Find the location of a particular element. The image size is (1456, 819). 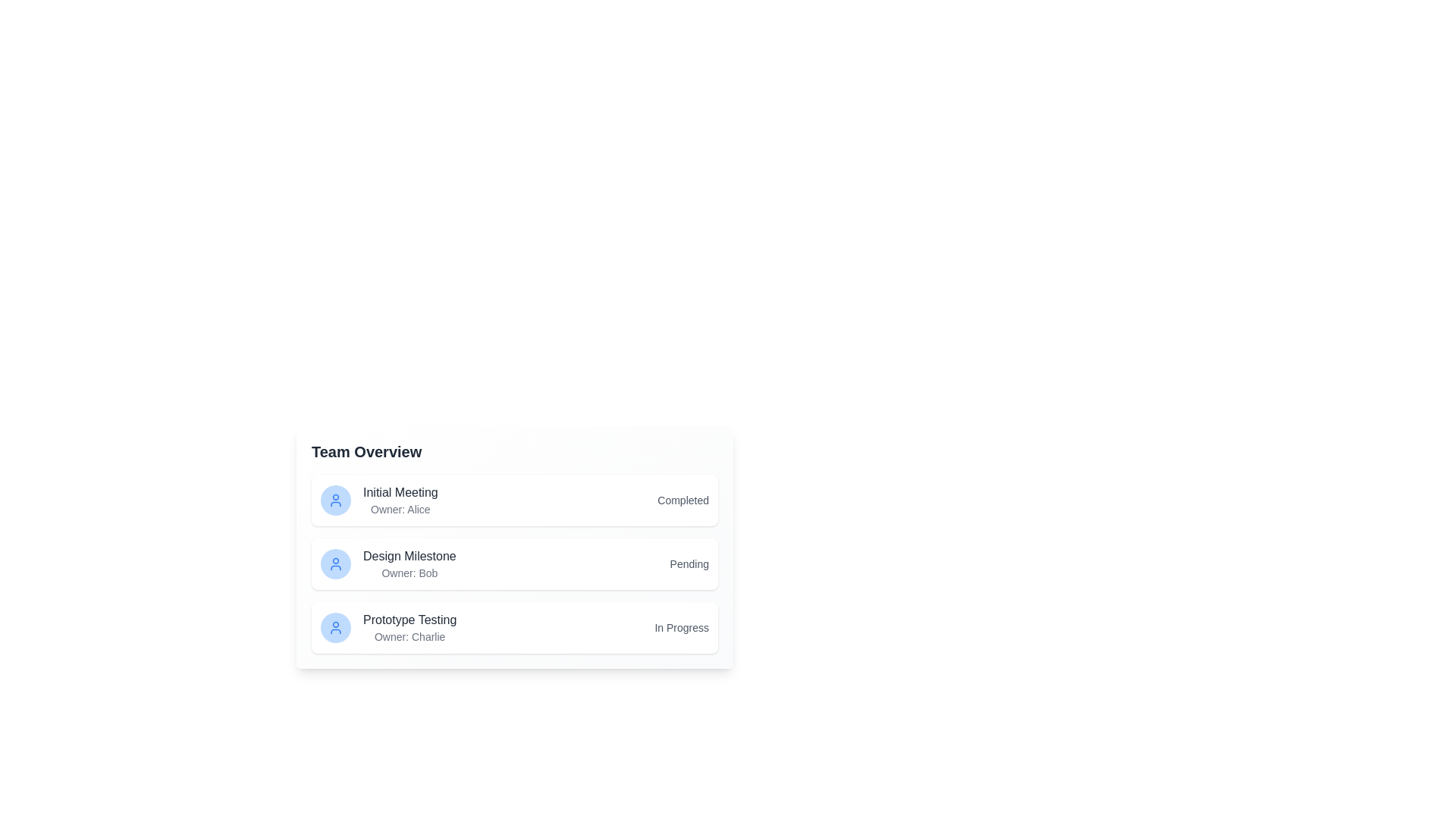

the text label that provides project information, specifically 'Prototype Testing' and 'Owner: Charlie', located in the 'Team Overview' section at the center-left of the layout is located at coordinates (409, 628).